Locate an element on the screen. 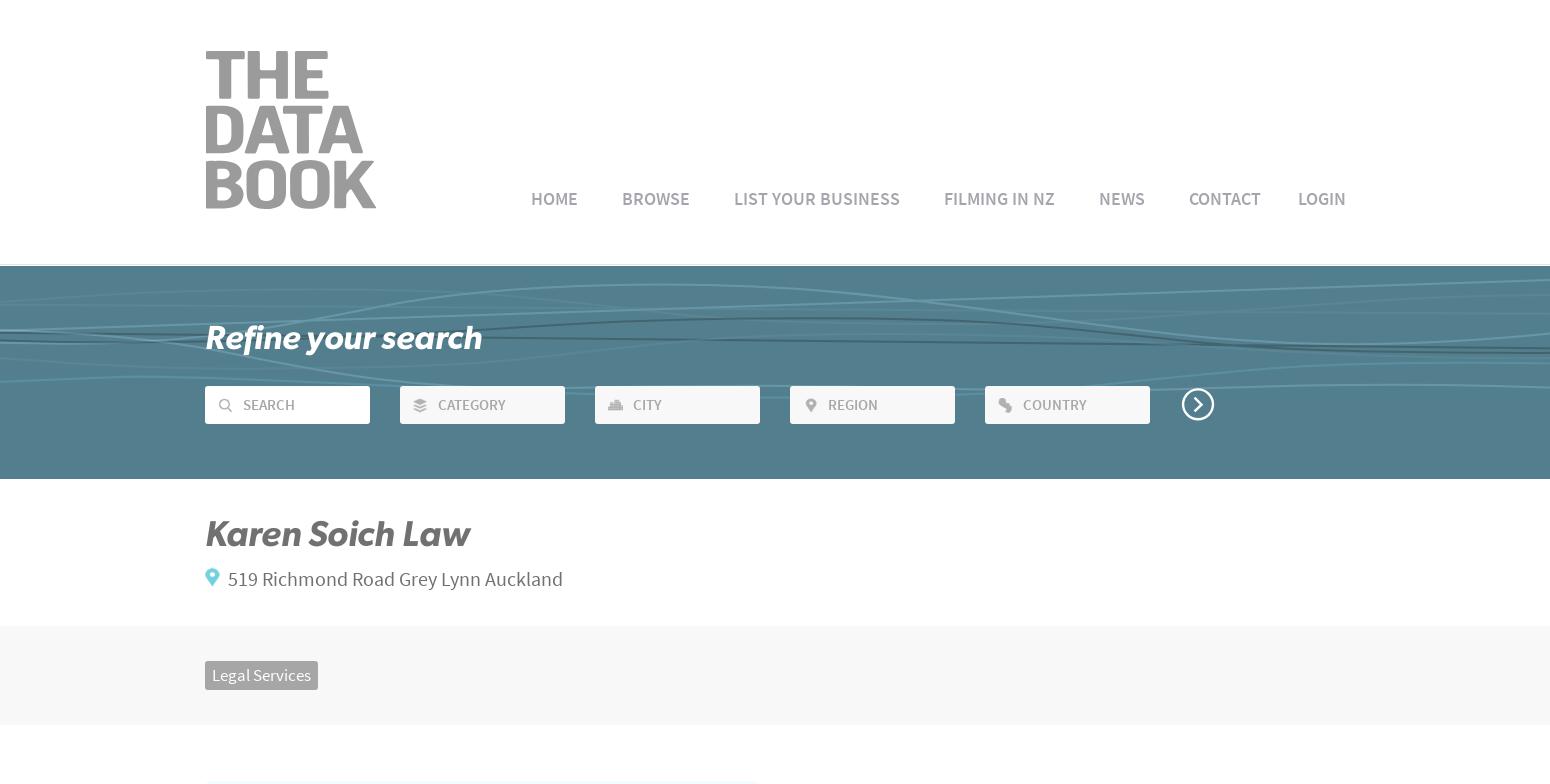 This screenshot has height=784, width=1550. 'Filming in NZ' is located at coordinates (998, 197).